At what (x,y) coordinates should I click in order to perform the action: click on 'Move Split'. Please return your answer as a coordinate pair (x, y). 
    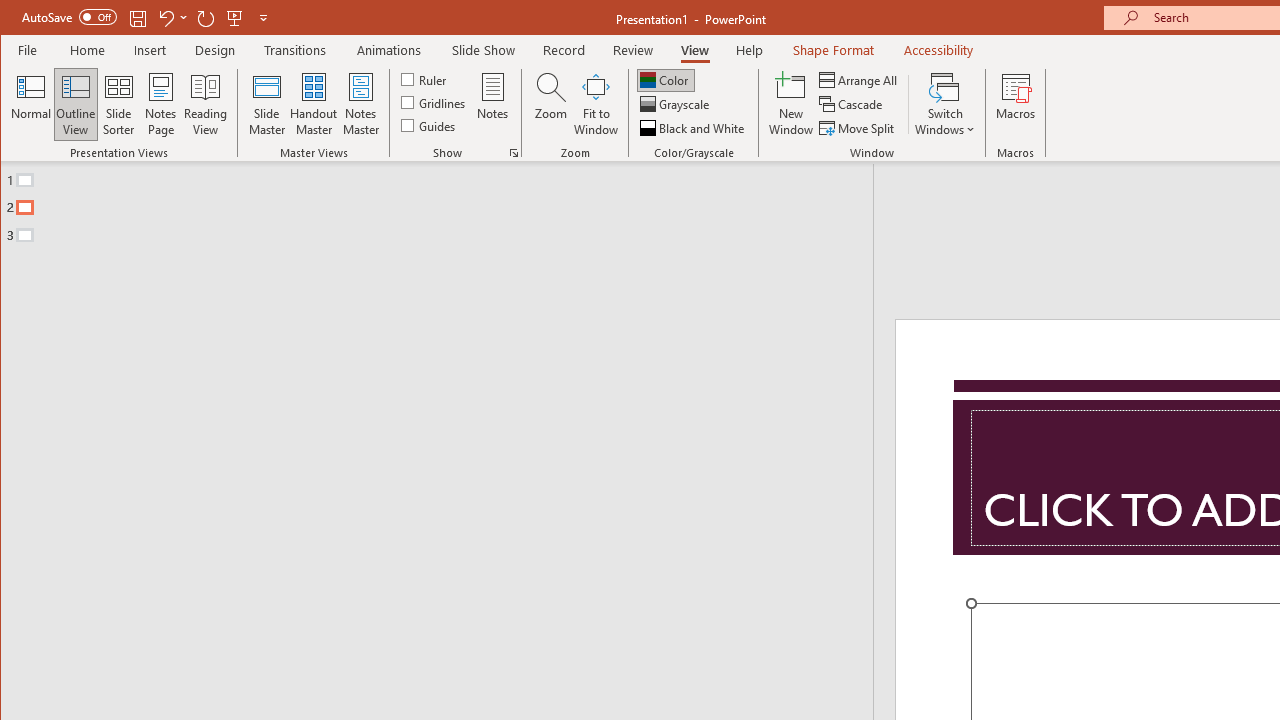
    Looking at the image, I should click on (858, 128).